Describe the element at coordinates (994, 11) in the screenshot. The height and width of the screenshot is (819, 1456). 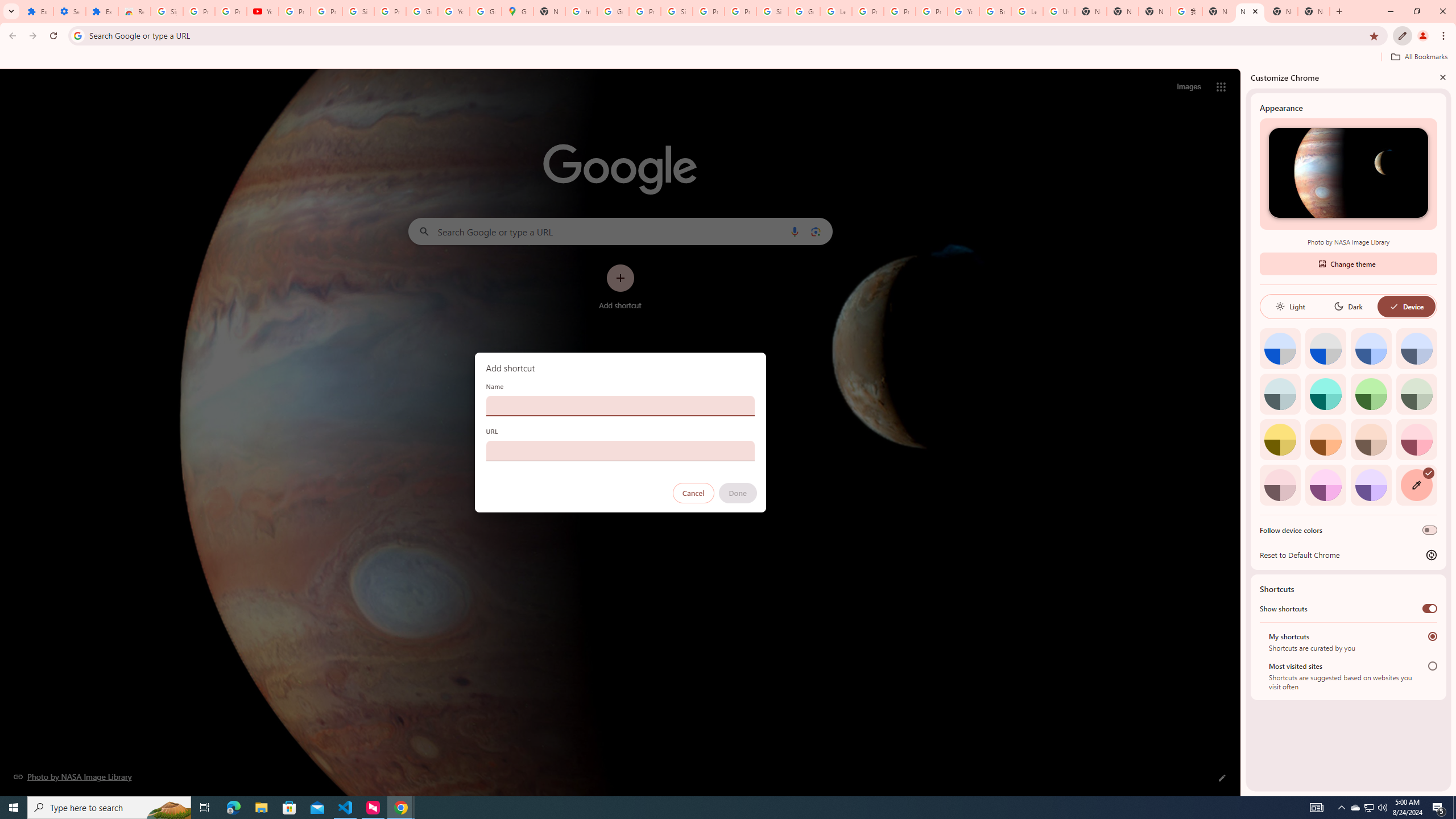
I see `'Browse Chrome as a guest - Computer - Google Chrome Help'` at that location.